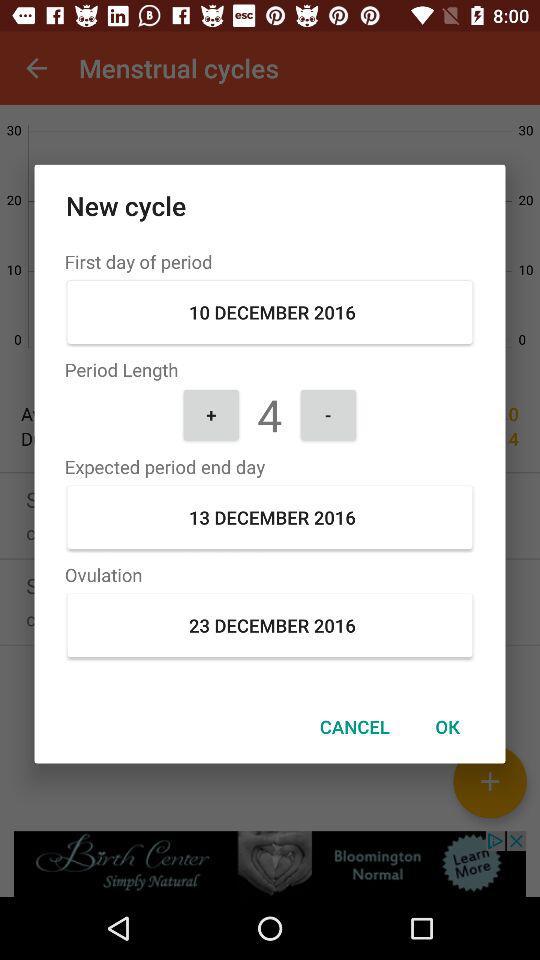 This screenshot has width=540, height=960. I want to click on - icon, so click(328, 413).